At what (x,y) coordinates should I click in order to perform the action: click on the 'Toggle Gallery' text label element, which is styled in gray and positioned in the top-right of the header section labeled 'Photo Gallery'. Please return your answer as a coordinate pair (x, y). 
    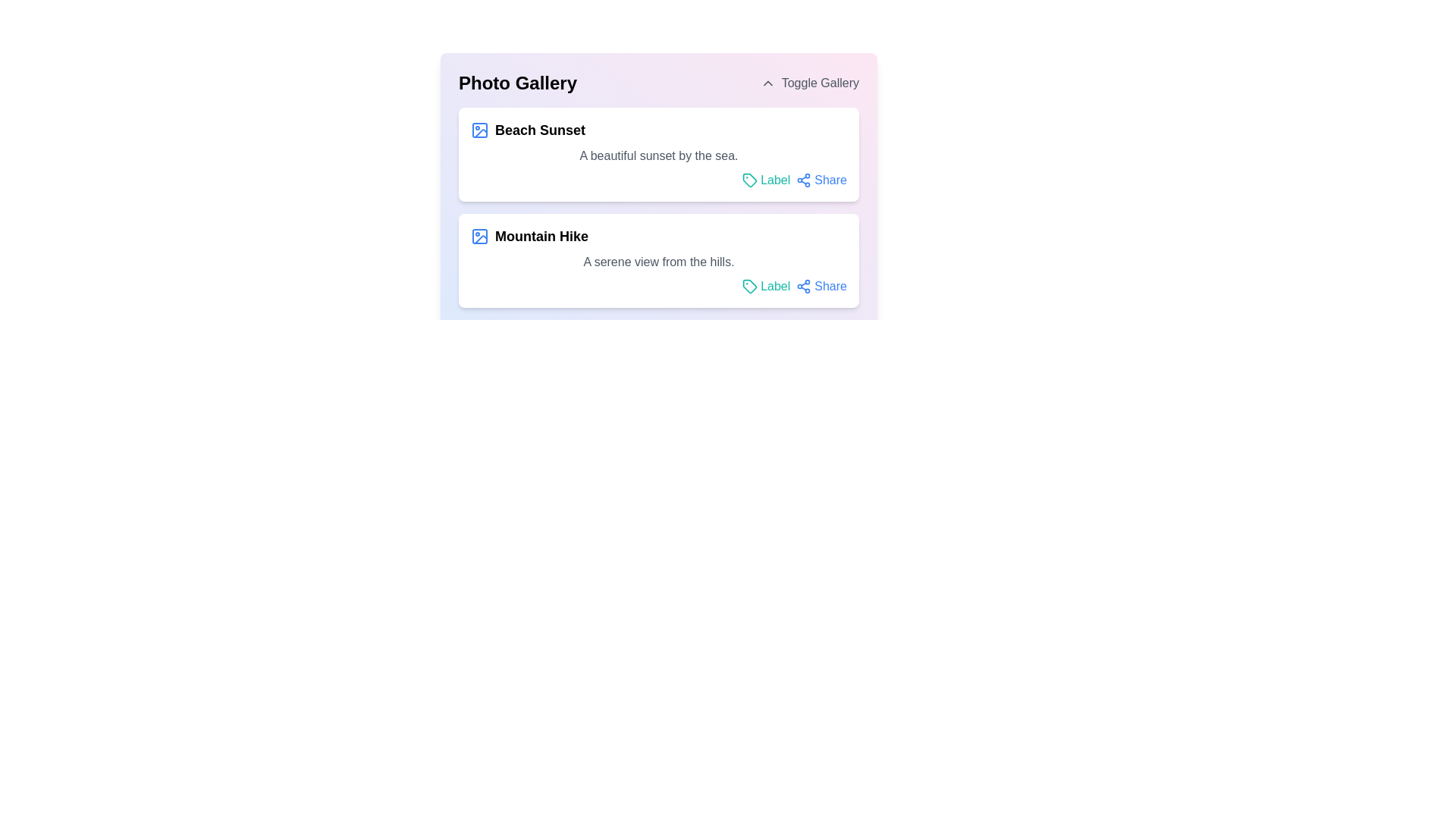
    Looking at the image, I should click on (819, 83).